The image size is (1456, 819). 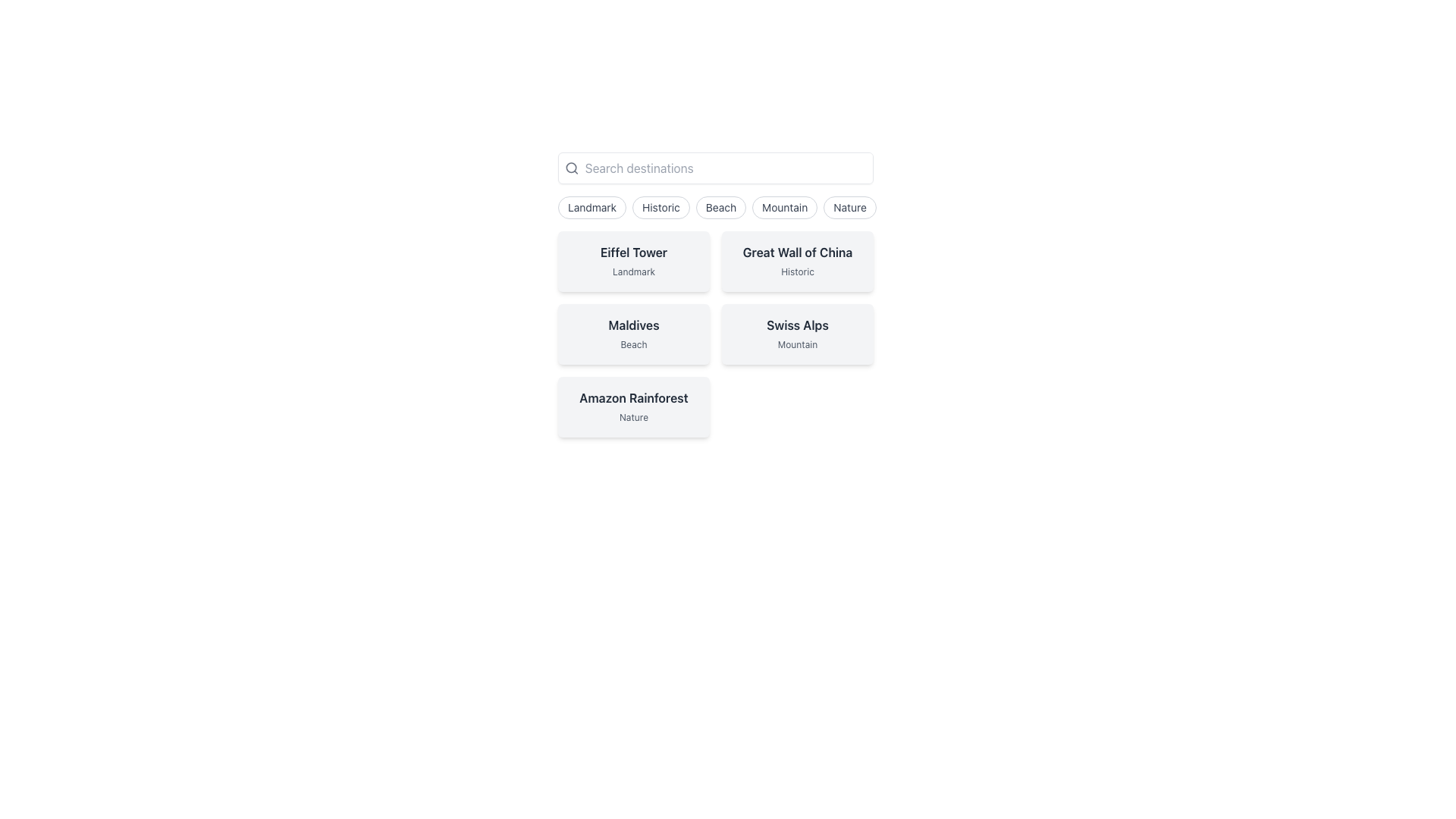 I want to click on the Display card featuring 'Eiffel Tower' with a light gray background and rounded corners, located in the upper-left of a grid layout, so click(x=633, y=260).